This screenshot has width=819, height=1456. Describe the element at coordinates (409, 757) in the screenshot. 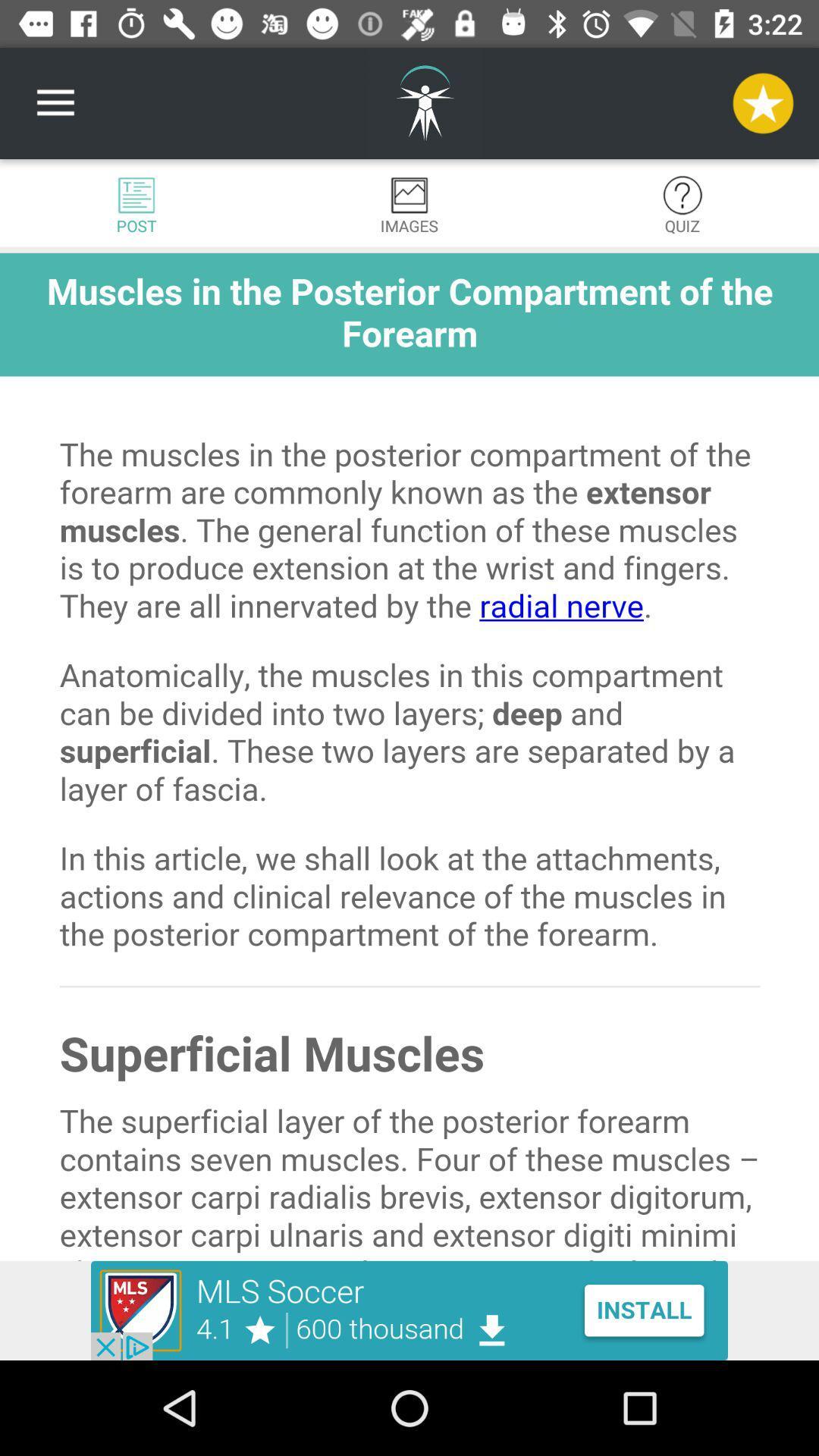

I see `read the article` at that location.